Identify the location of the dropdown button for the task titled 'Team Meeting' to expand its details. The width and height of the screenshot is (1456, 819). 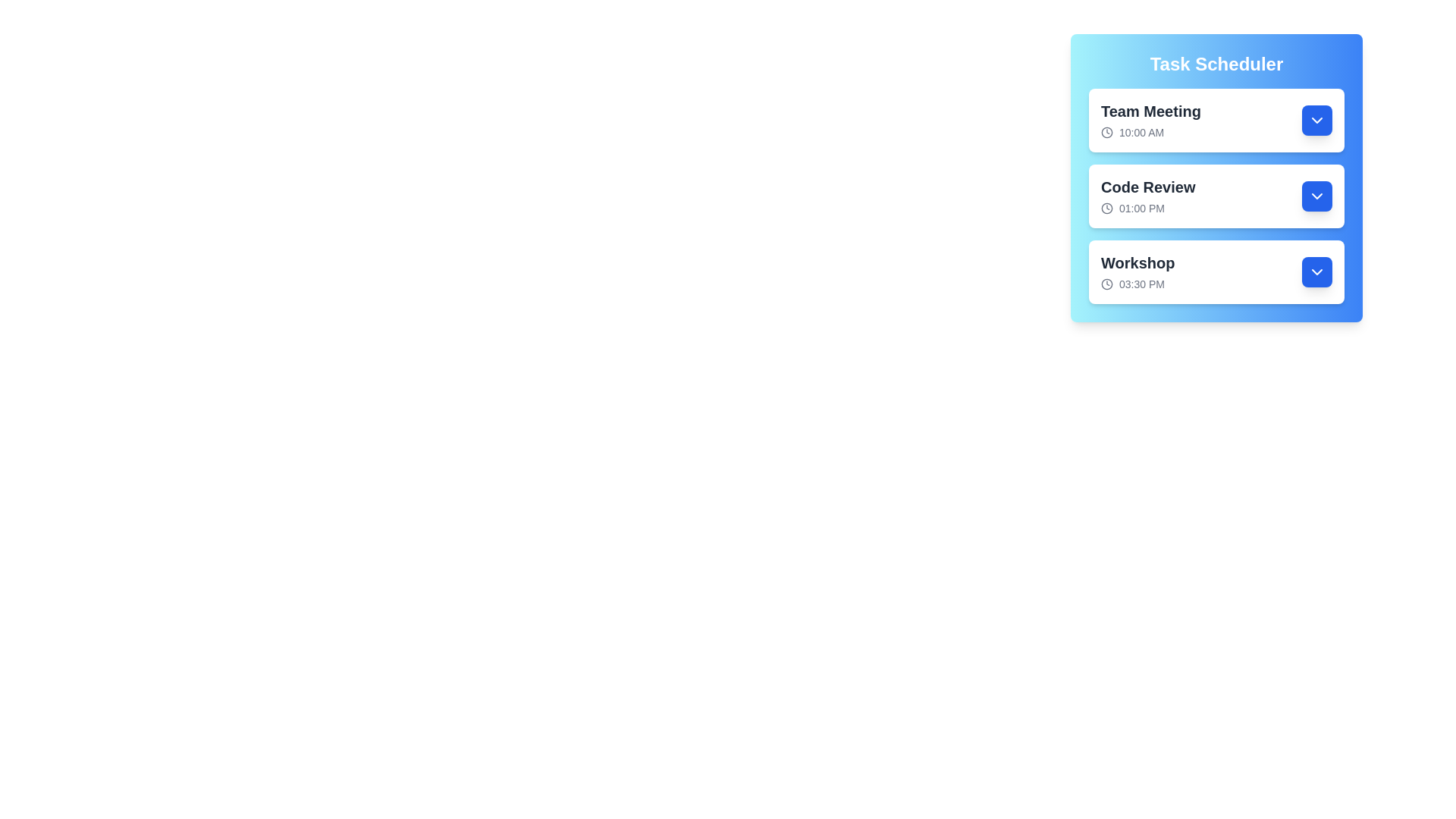
(1316, 119).